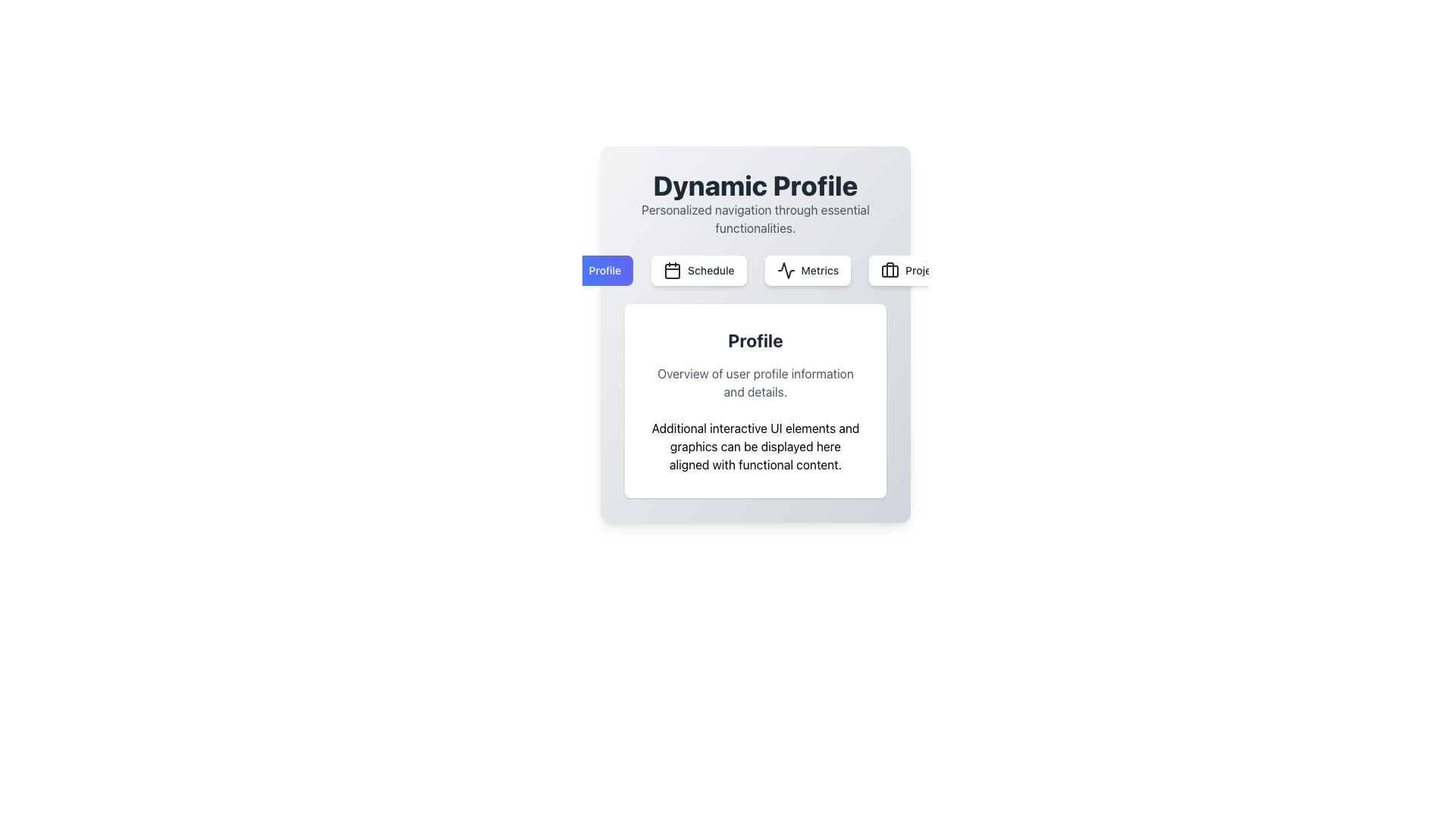 The image size is (1456, 819). I want to click on the profile navigation button for keyboard interaction, so click(591, 270).